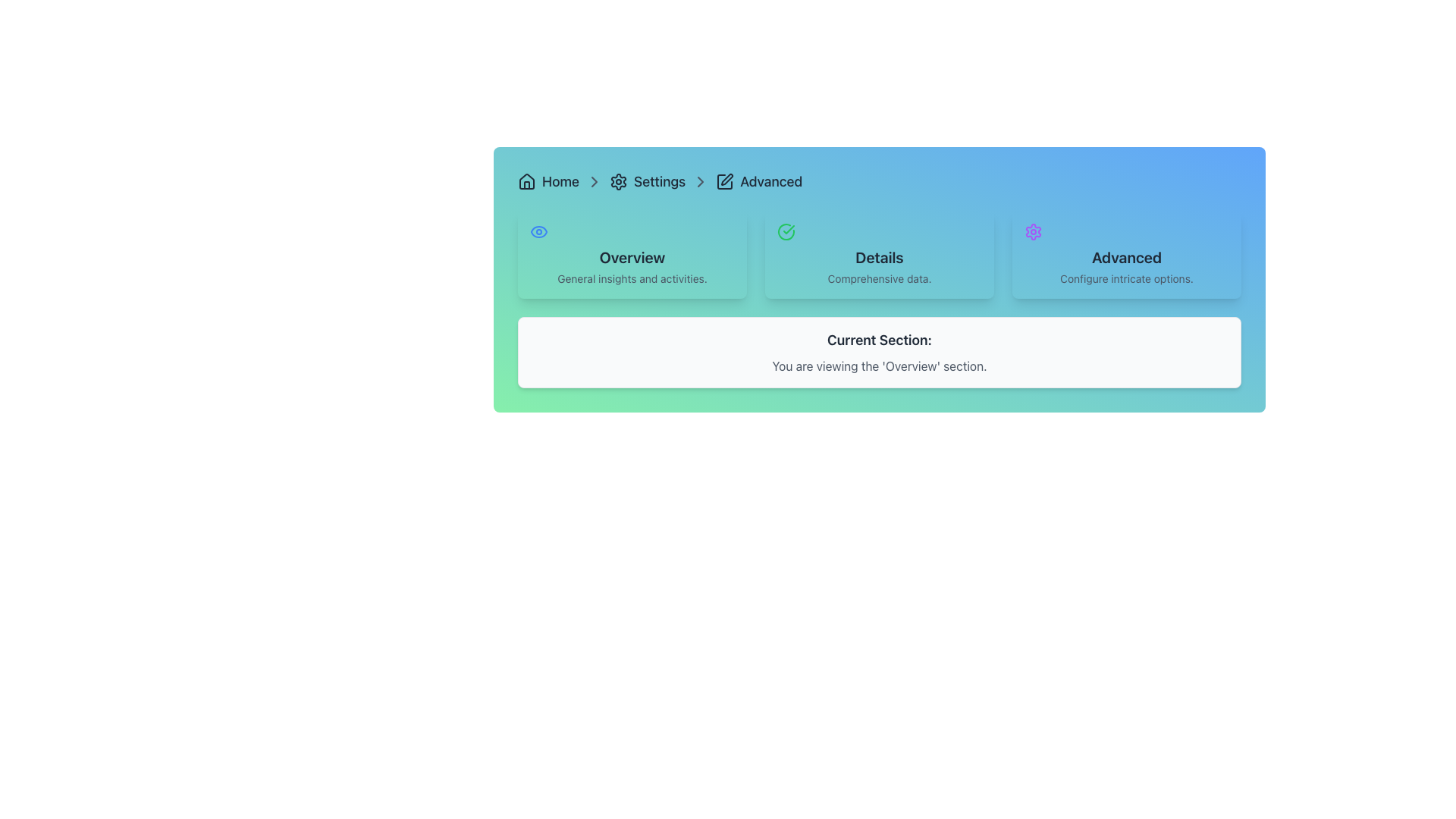 The height and width of the screenshot is (819, 1456). Describe the element at coordinates (527, 180) in the screenshot. I see `the 'Home' icon, which is an SVG-based graphic located in the horizontal navigation bar at the top left of the interface` at that location.